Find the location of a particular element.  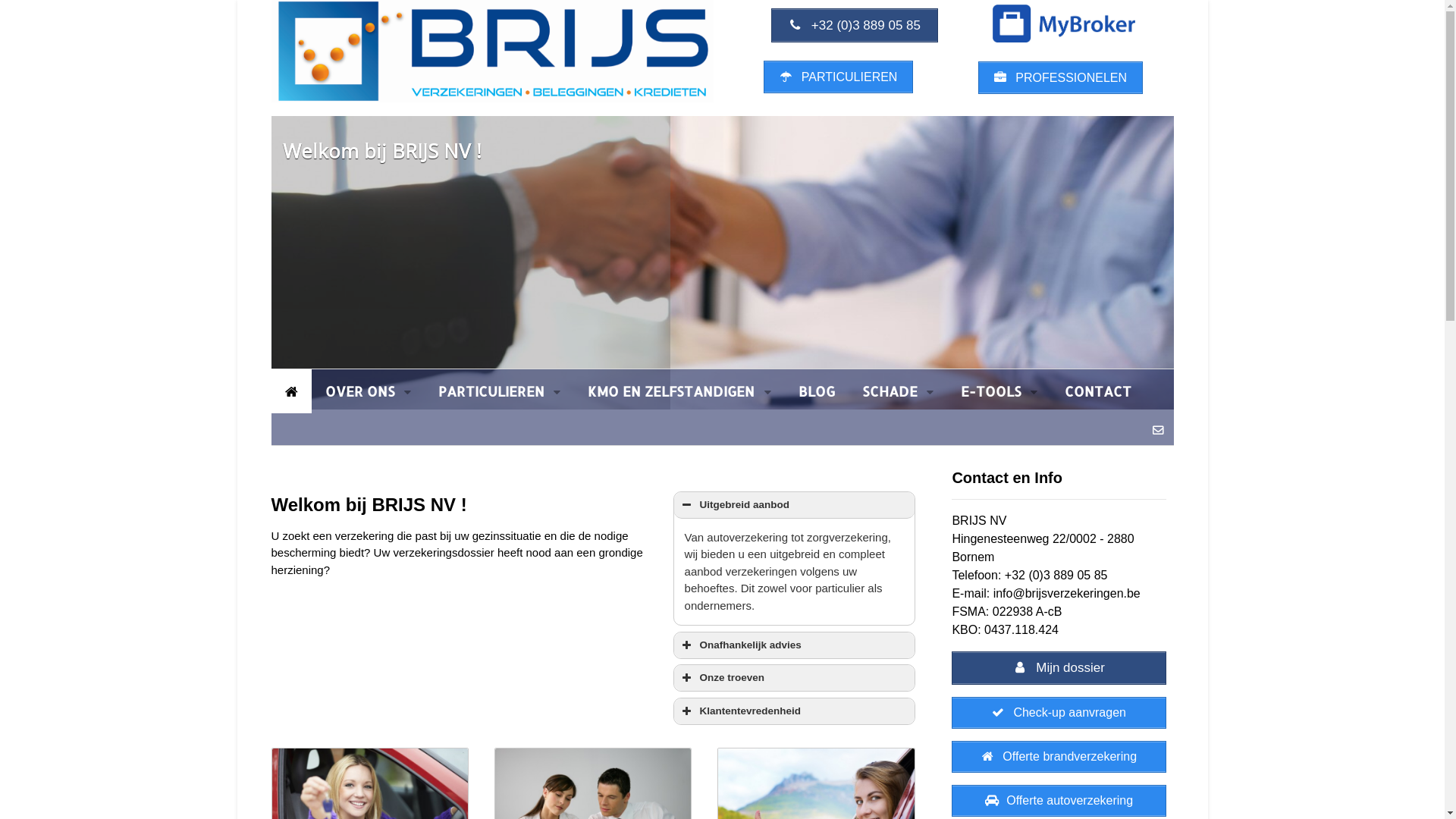

'Mijn dossier' is located at coordinates (1058, 667).